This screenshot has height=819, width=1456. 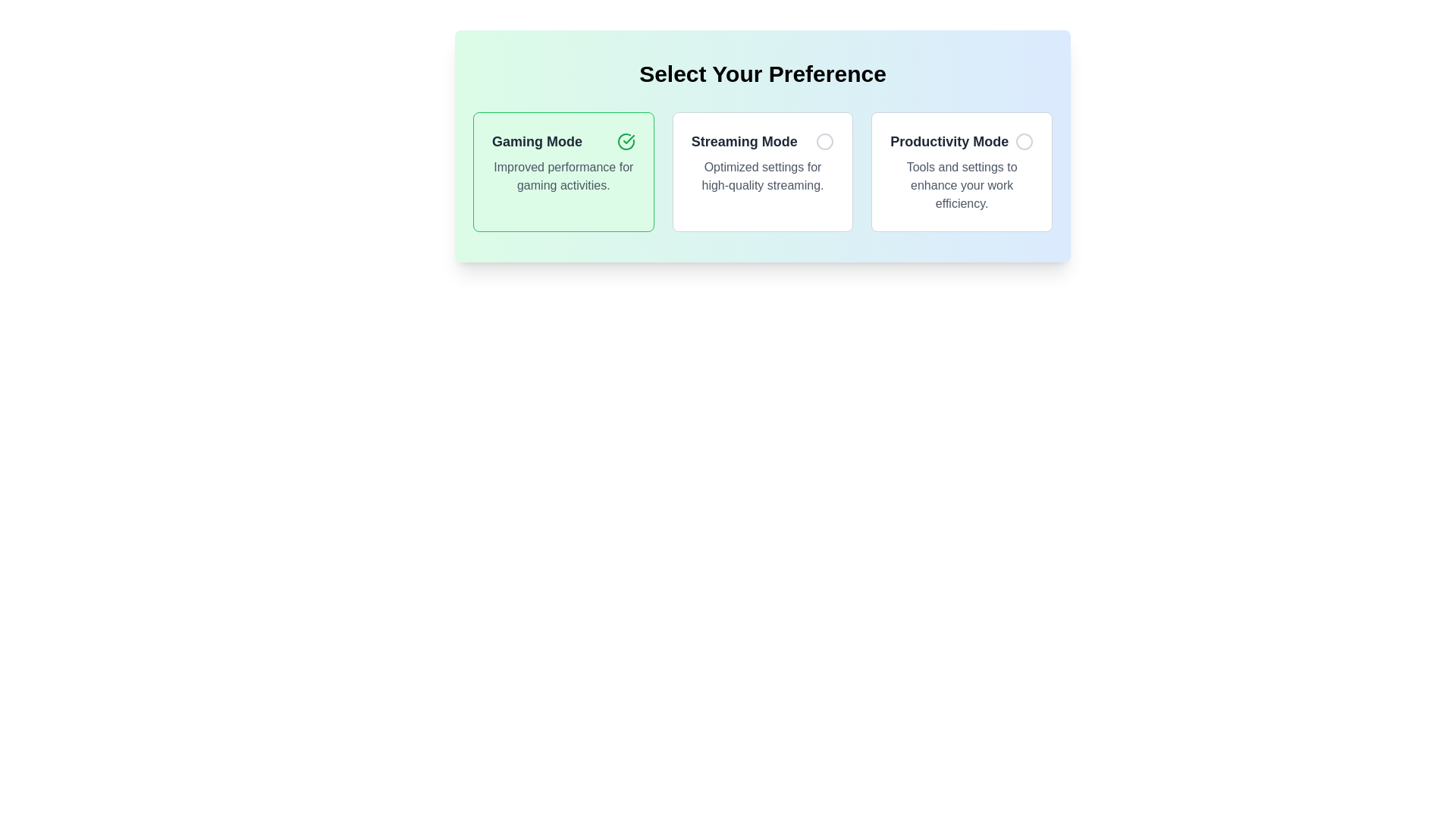 I want to click on the 'Gaming Mode' icon, which indicates that the option is currently selected, so click(x=626, y=141).